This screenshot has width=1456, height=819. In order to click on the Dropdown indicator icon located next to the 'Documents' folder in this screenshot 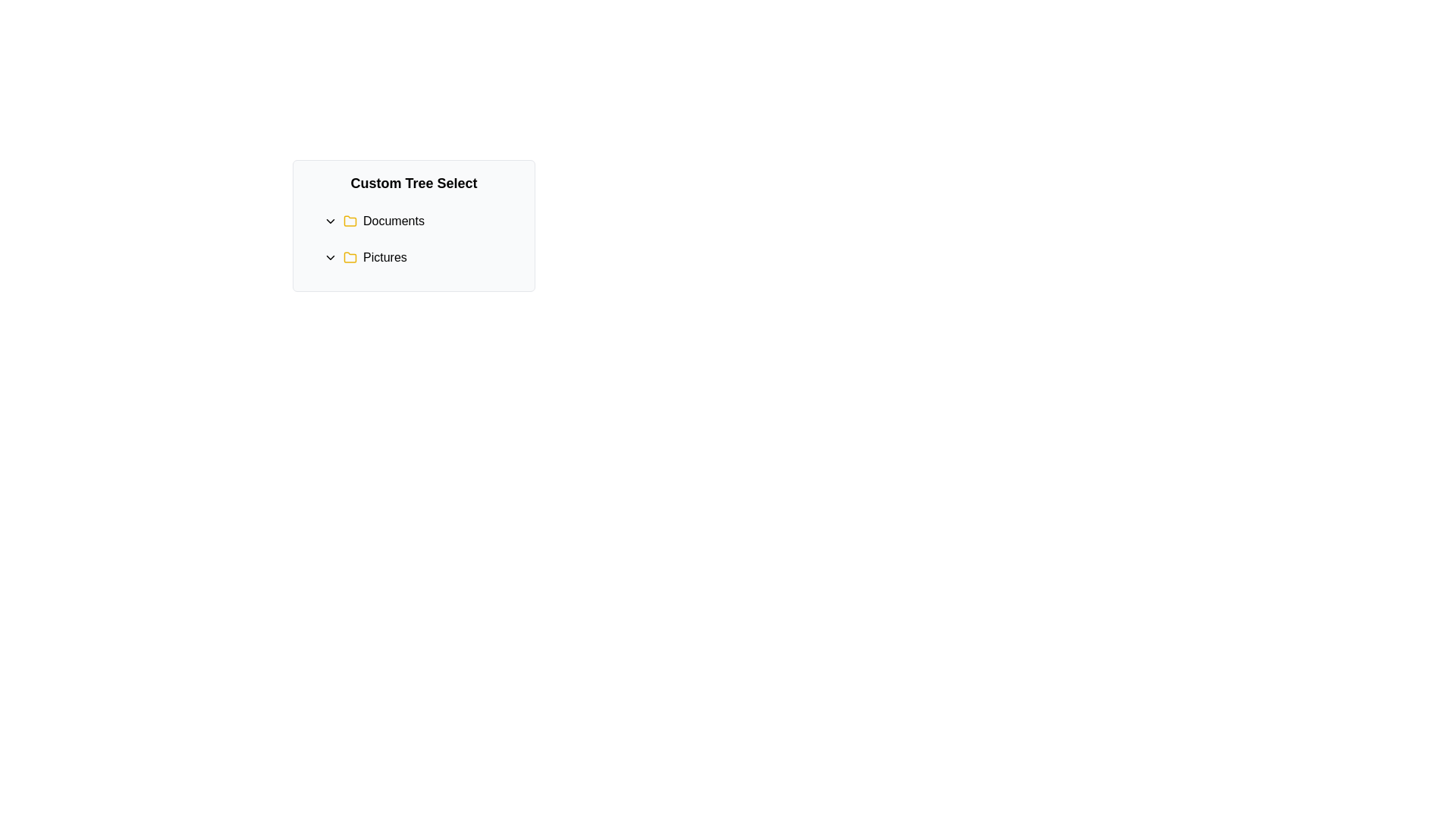, I will do `click(330, 221)`.